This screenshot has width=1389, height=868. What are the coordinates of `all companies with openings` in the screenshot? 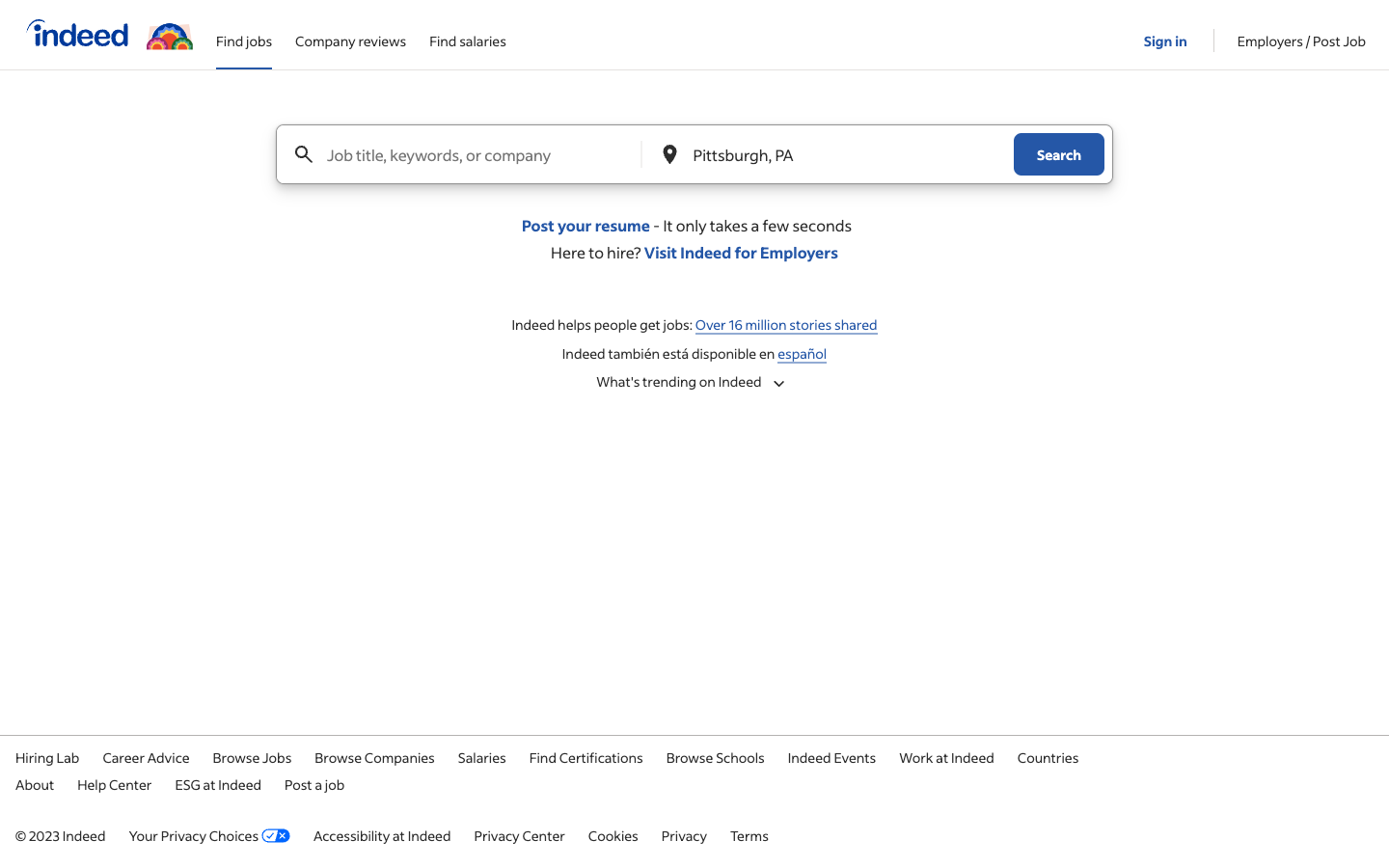 It's located at (373, 755).